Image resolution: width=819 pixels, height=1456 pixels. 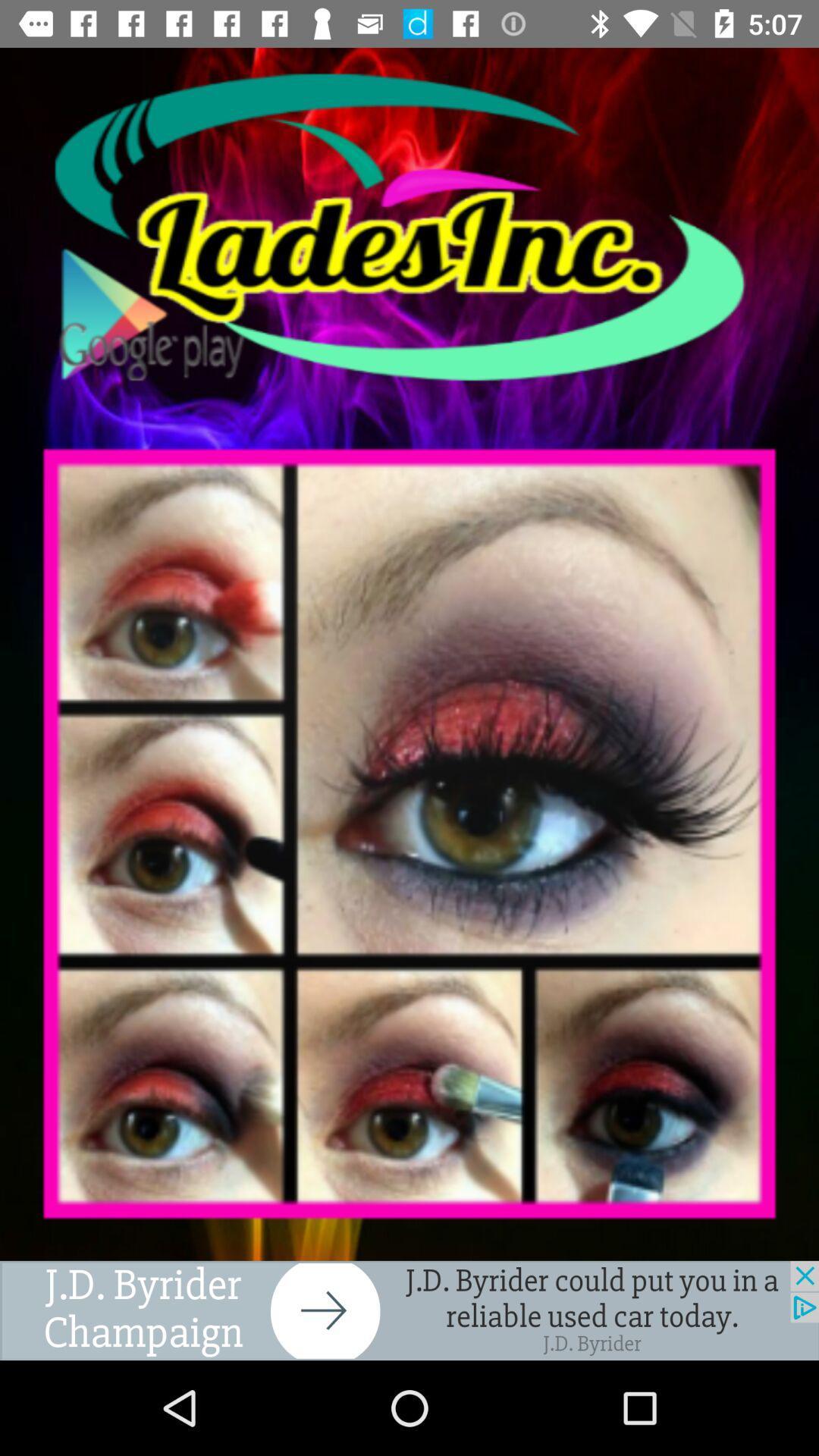 I want to click on home page, so click(x=409, y=226).